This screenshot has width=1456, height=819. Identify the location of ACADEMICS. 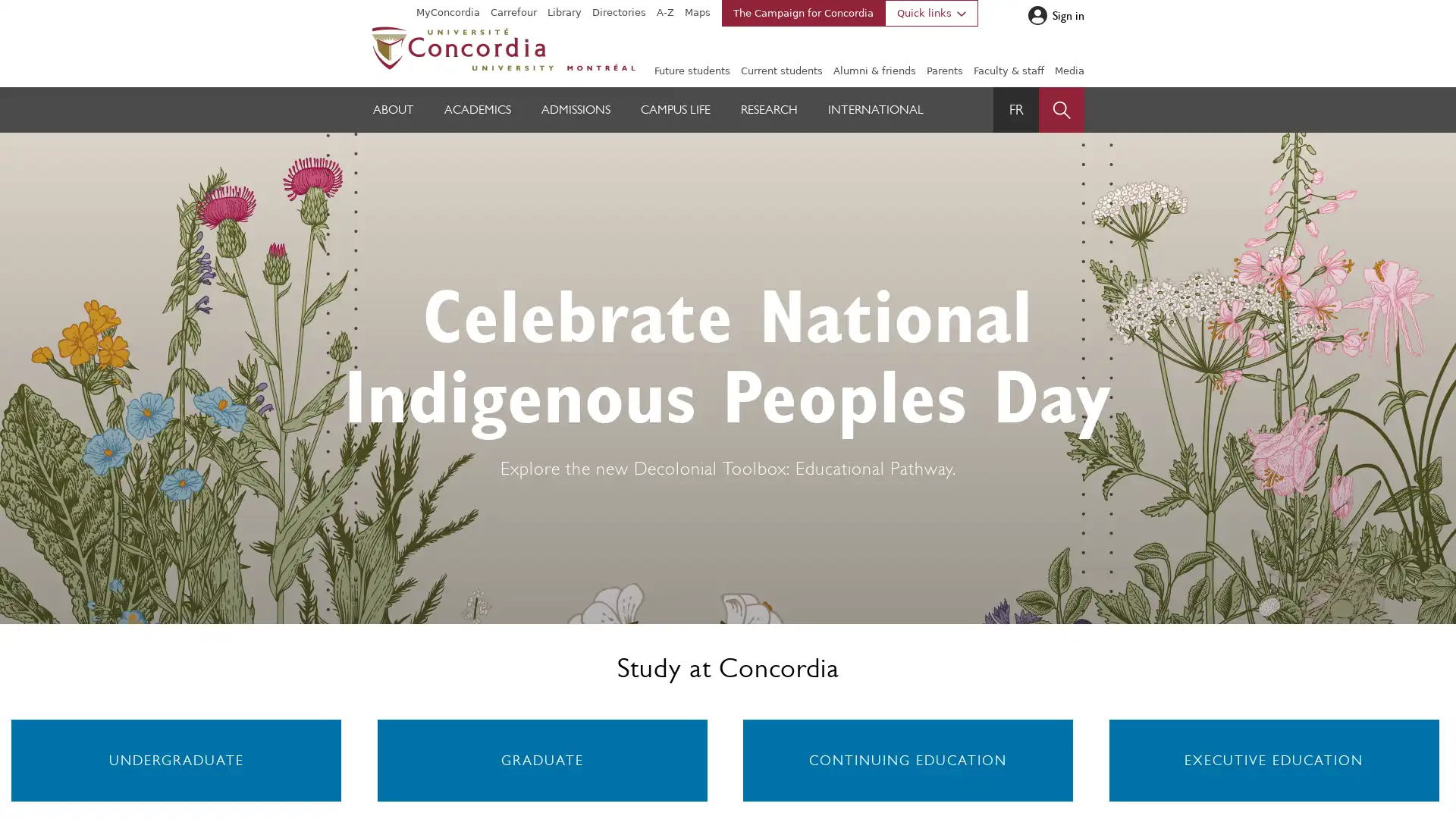
(476, 109).